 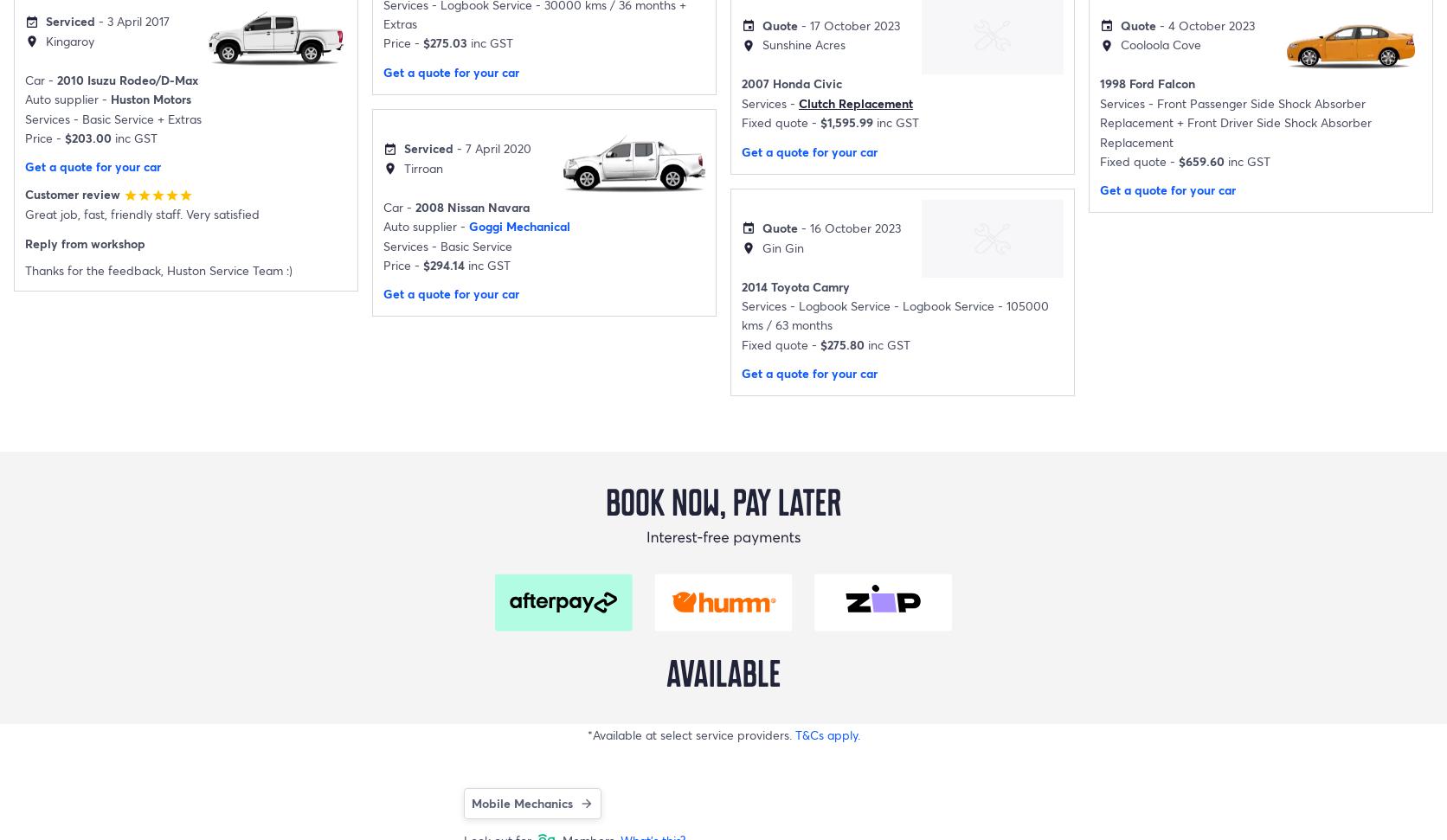 What do you see at coordinates (791, 82) in the screenshot?
I see `'2007 Honda Civic'` at bounding box center [791, 82].